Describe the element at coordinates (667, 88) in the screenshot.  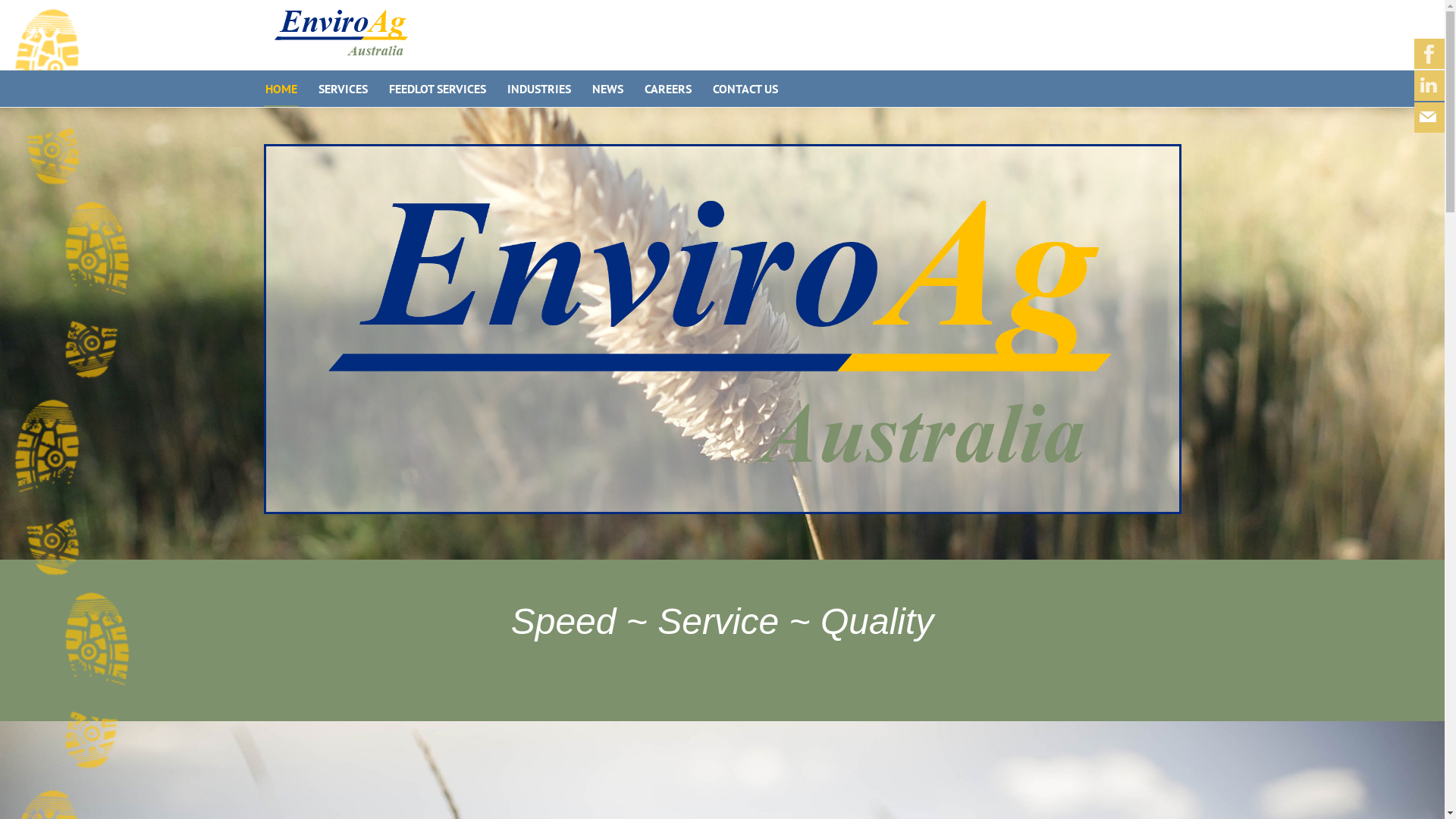
I see `'CAREERS'` at that location.